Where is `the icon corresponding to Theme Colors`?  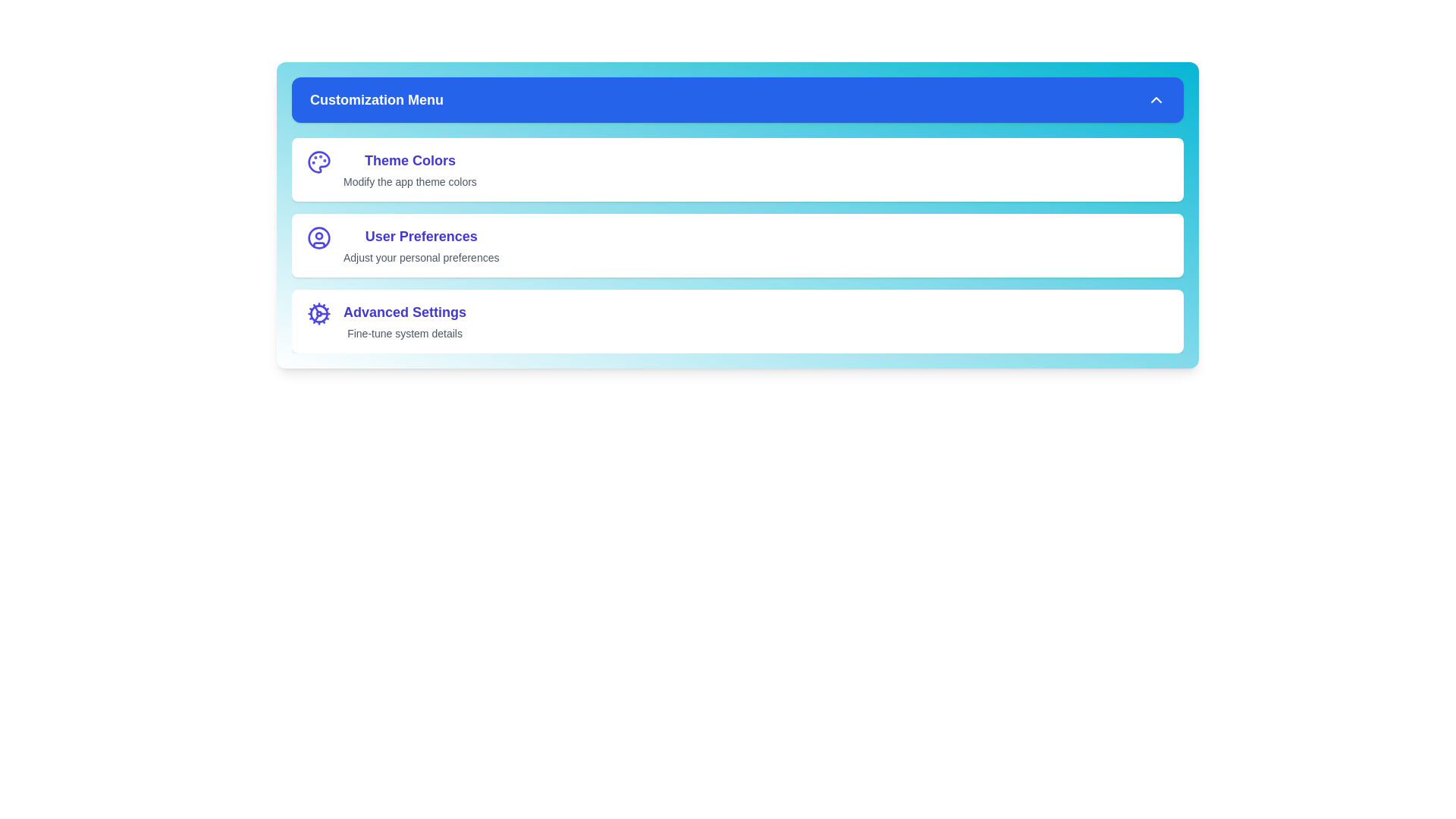
the icon corresponding to Theme Colors is located at coordinates (318, 162).